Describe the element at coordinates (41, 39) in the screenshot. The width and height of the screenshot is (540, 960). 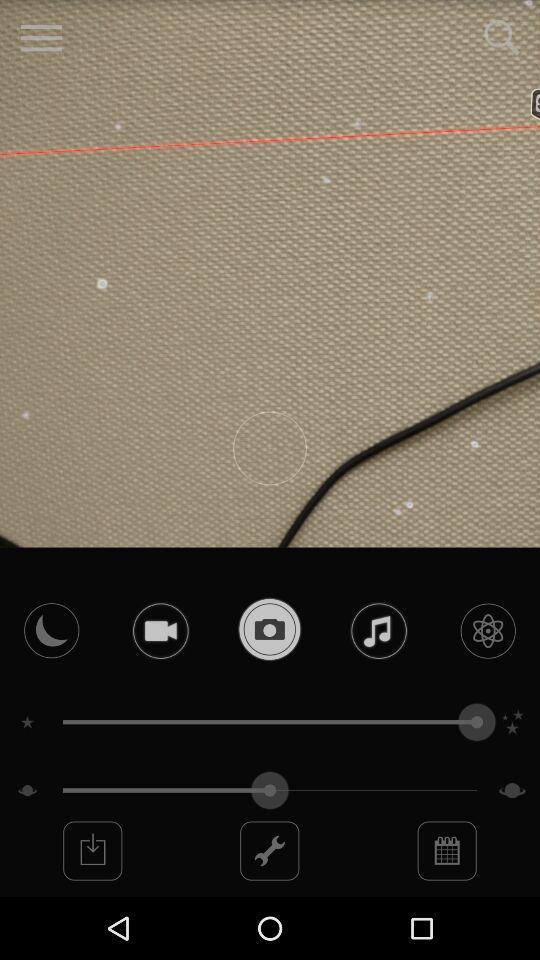
I see `the menu icon` at that location.